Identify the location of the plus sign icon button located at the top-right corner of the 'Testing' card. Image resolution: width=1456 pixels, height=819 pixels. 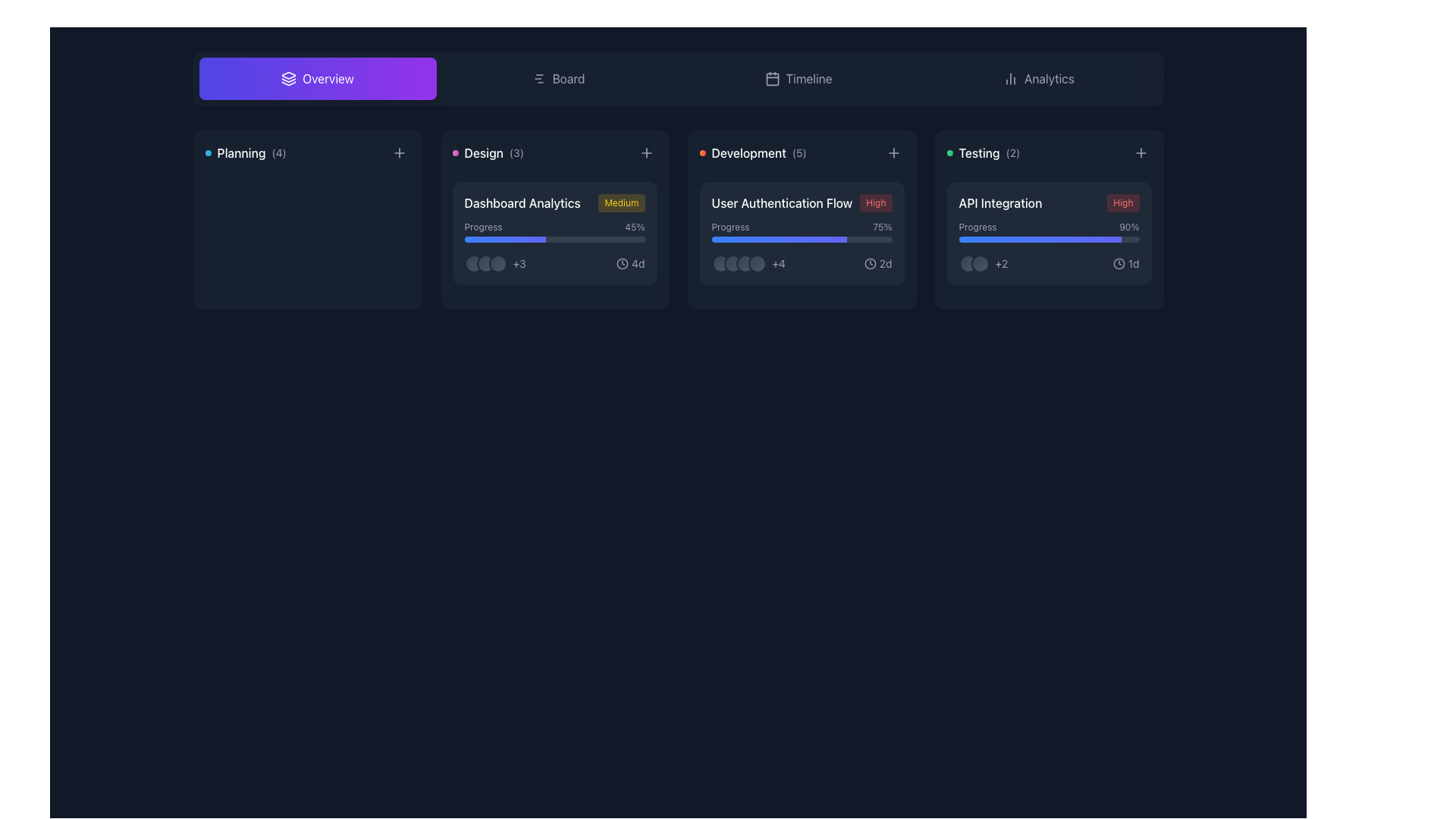
(1141, 152).